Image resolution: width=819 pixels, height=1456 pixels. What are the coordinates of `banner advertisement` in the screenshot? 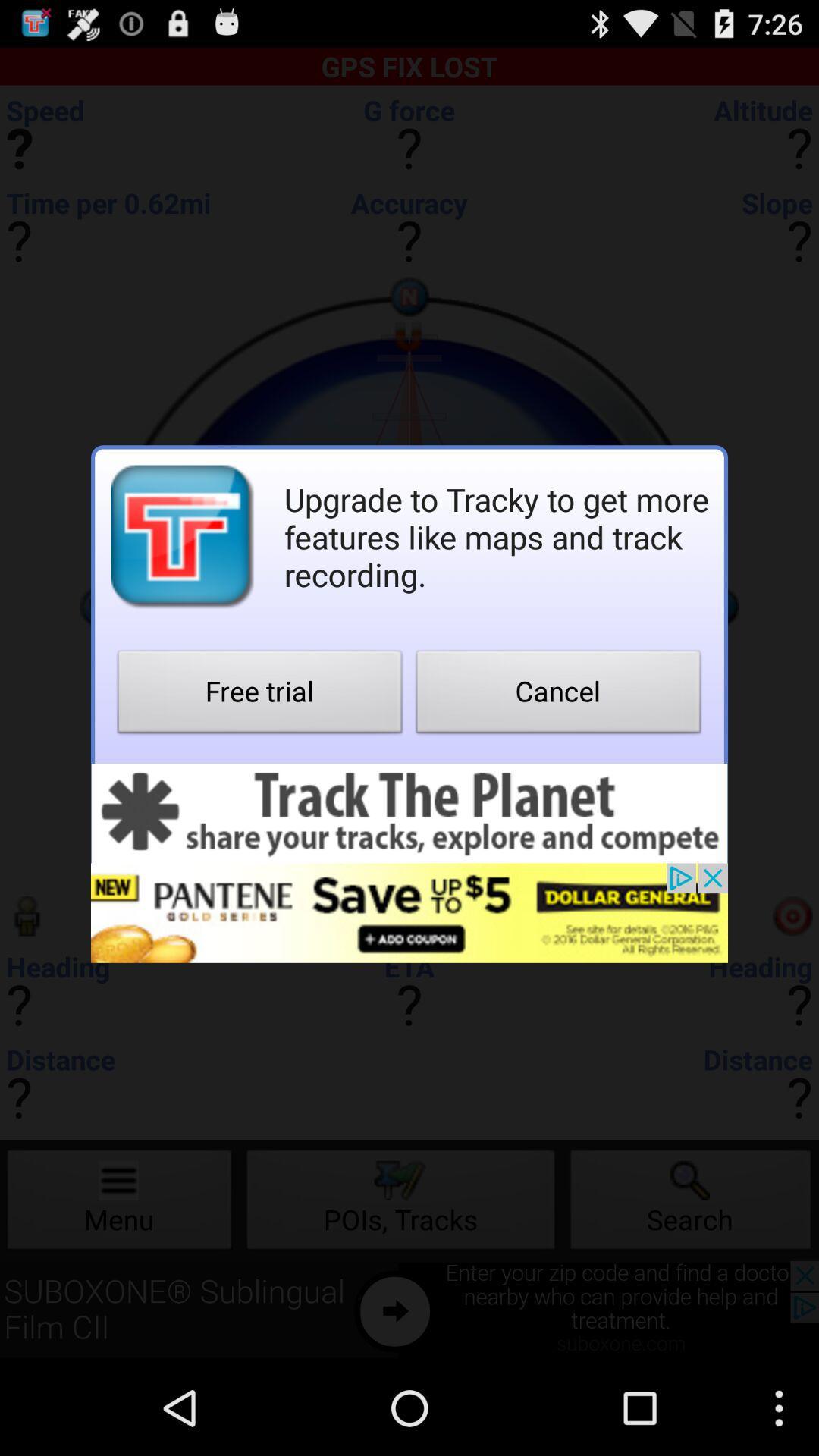 It's located at (409, 812).